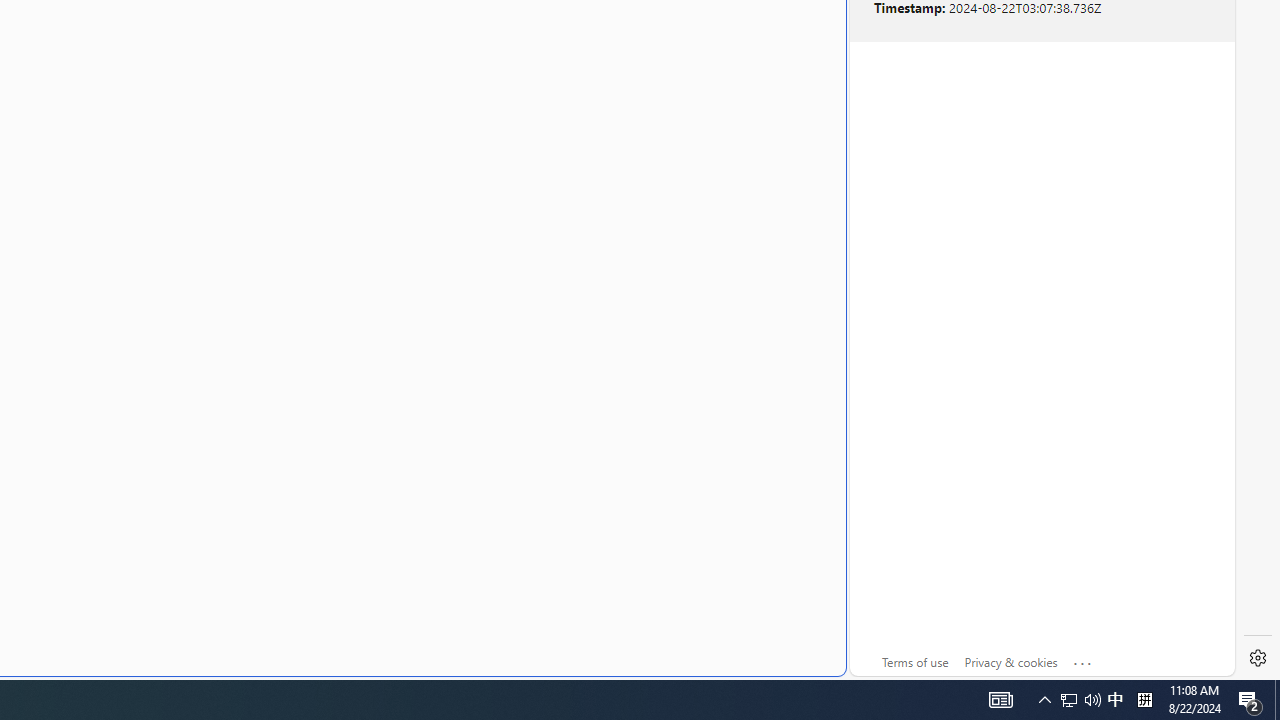  What do you see at coordinates (1257, 658) in the screenshot?
I see `'Settings'` at bounding box center [1257, 658].